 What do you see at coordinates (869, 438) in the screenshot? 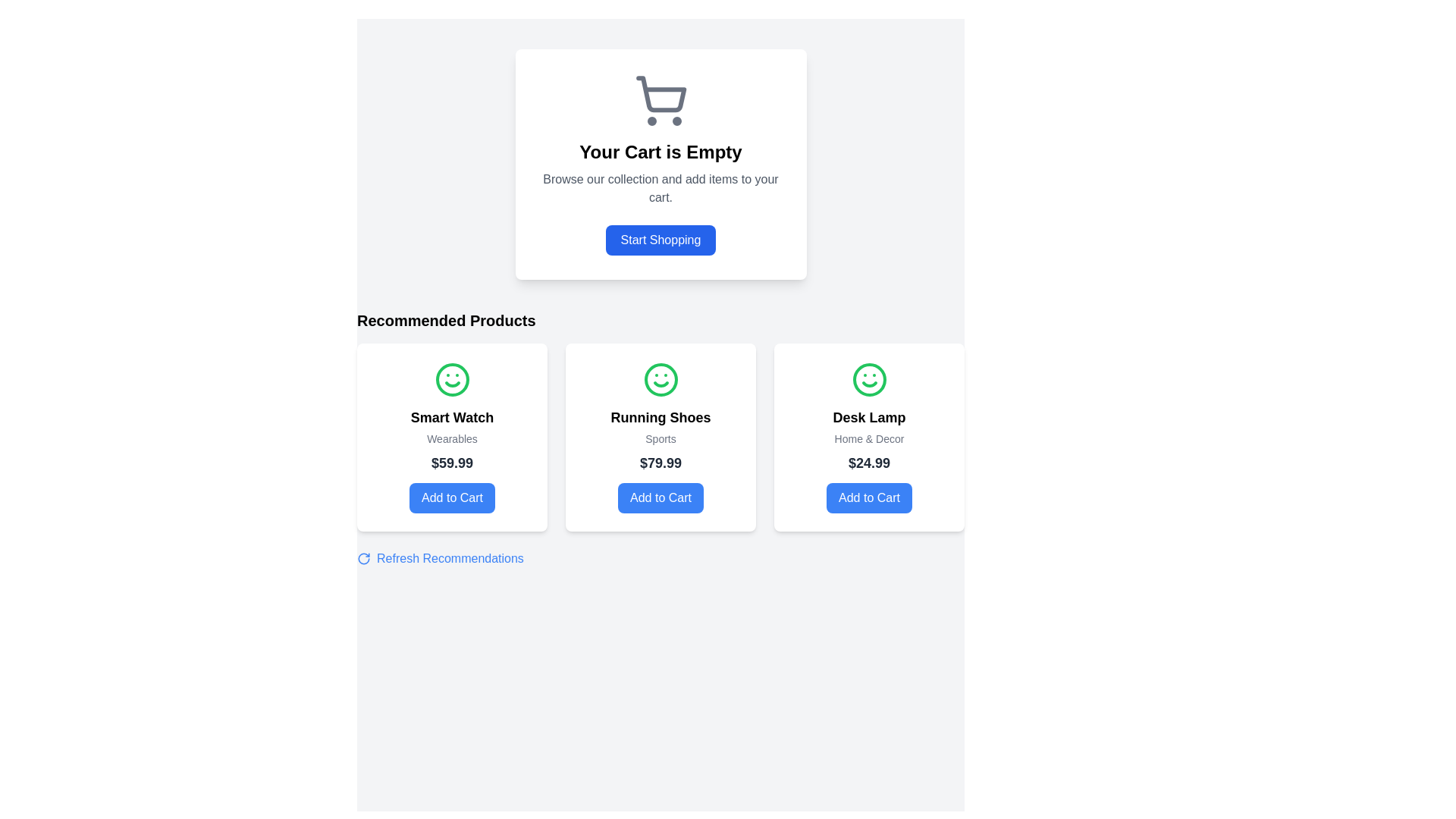
I see `the 'Home & Decor' text label, which is displayed in a small, gray, and capitalized font, located below the title 'Desk Lamp' and above the price '$24.99' in the last product card of a horizontally aligned list` at bounding box center [869, 438].